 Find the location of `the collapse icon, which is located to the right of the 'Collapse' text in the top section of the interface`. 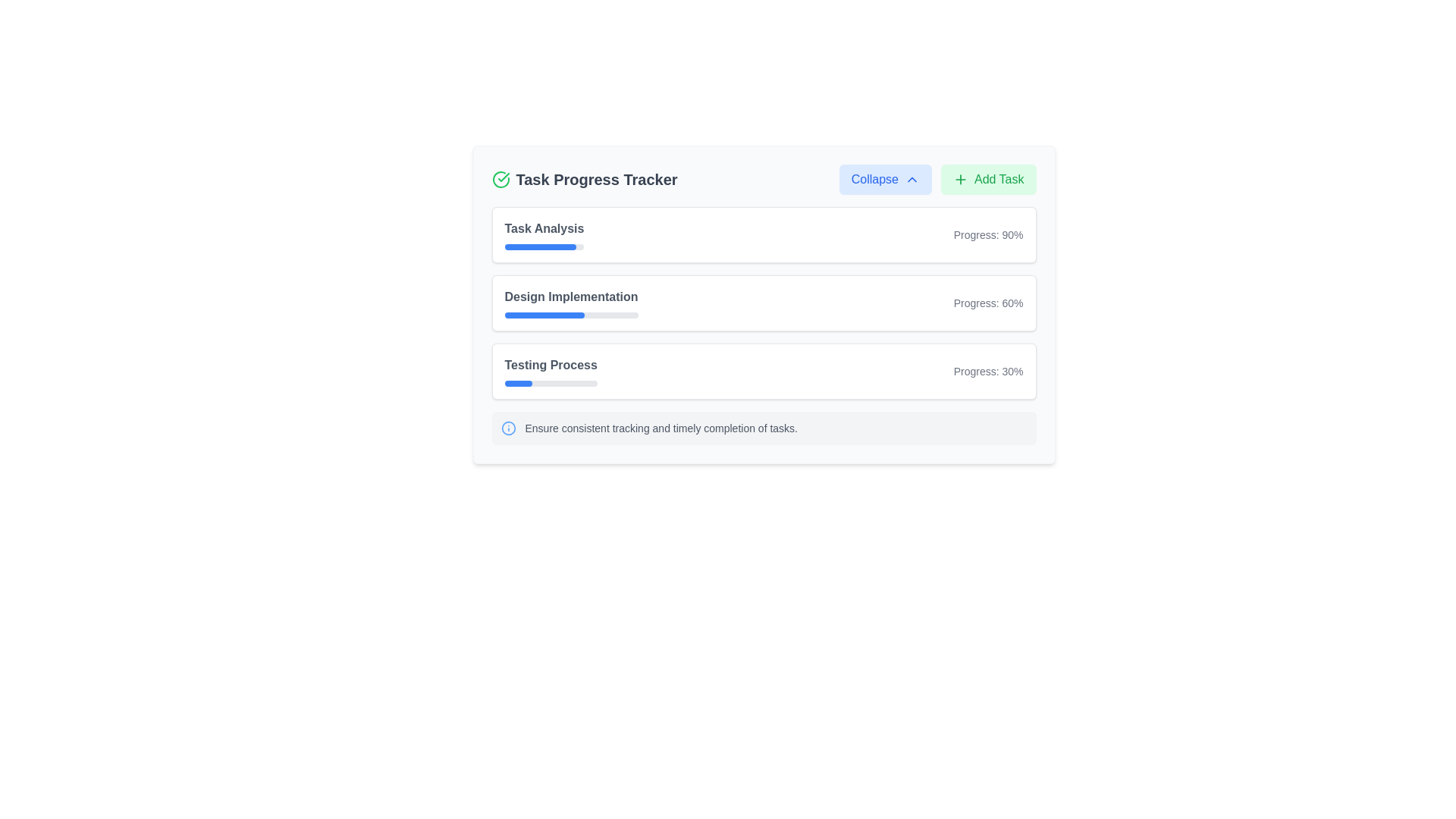

the collapse icon, which is located to the right of the 'Collapse' text in the top section of the interface is located at coordinates (911, 178).